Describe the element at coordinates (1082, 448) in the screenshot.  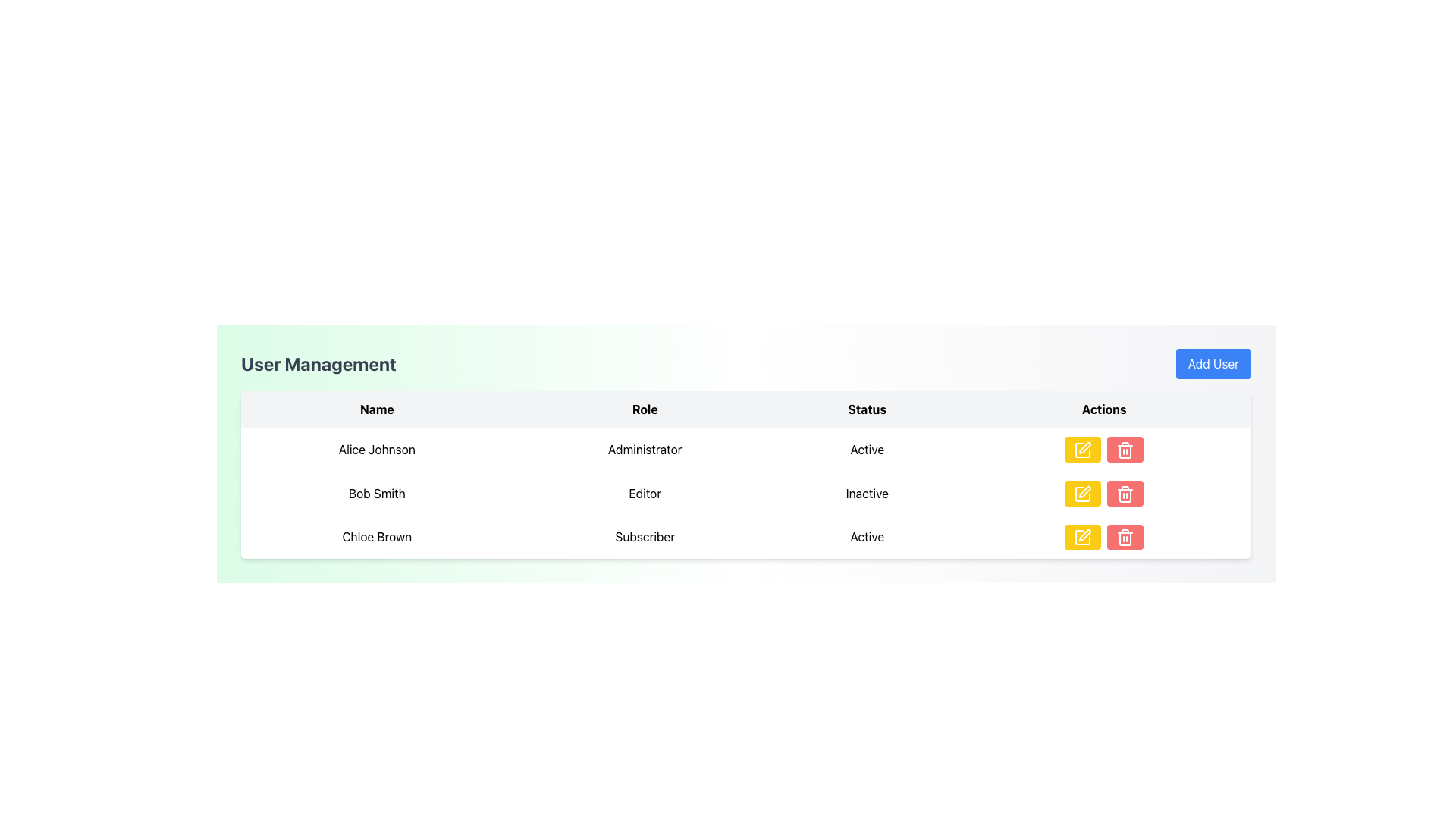
I see `the edit button in the 'Actions' column of the first row in the user table` at that location.